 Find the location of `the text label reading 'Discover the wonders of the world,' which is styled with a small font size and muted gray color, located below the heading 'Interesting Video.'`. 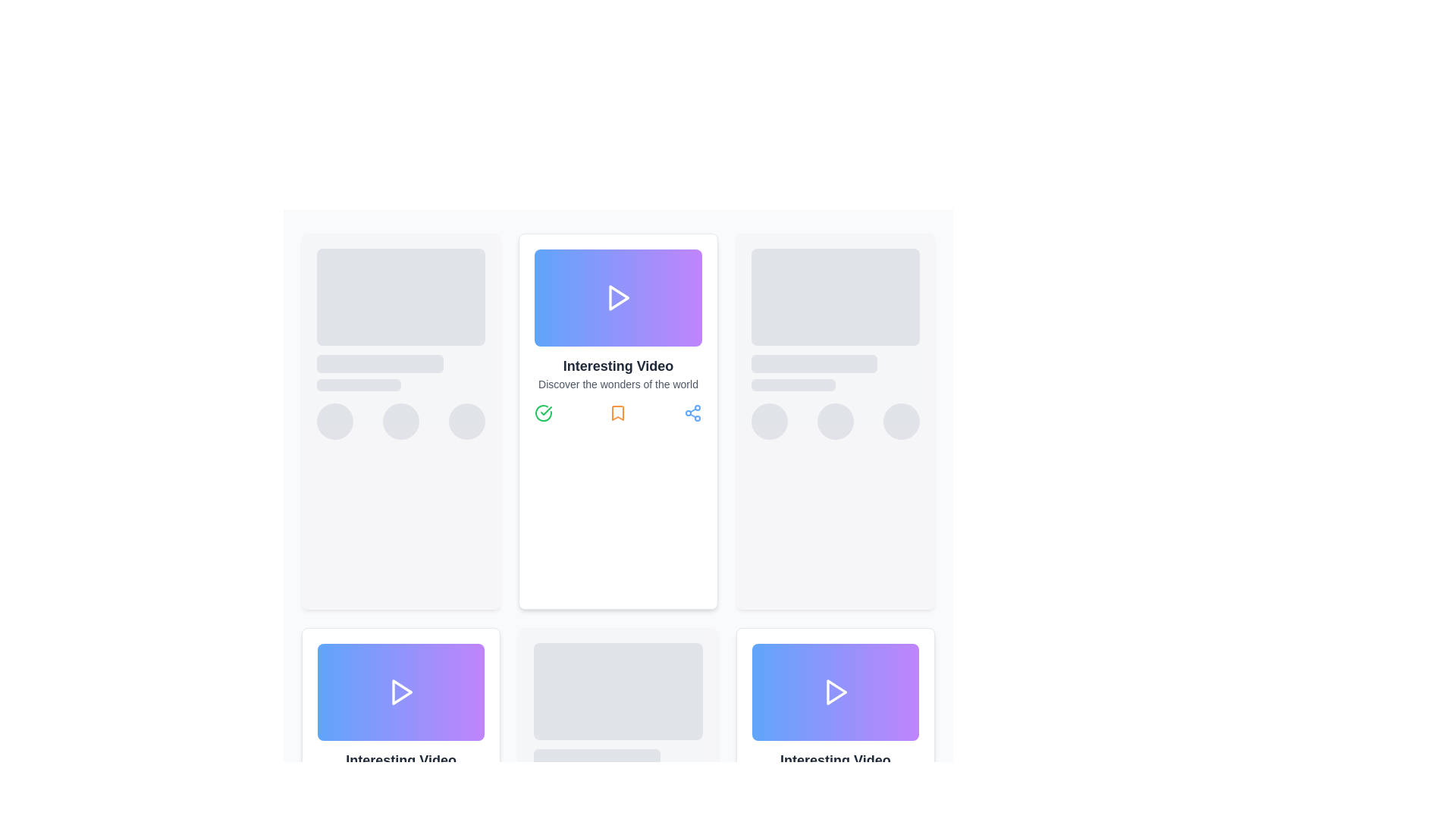

the text label reading 'Discover the wonders of the world,' which is styled with a small font size and muted gray color, located below the heading 'Interesting Video.' is located at coordinates (618, 383).